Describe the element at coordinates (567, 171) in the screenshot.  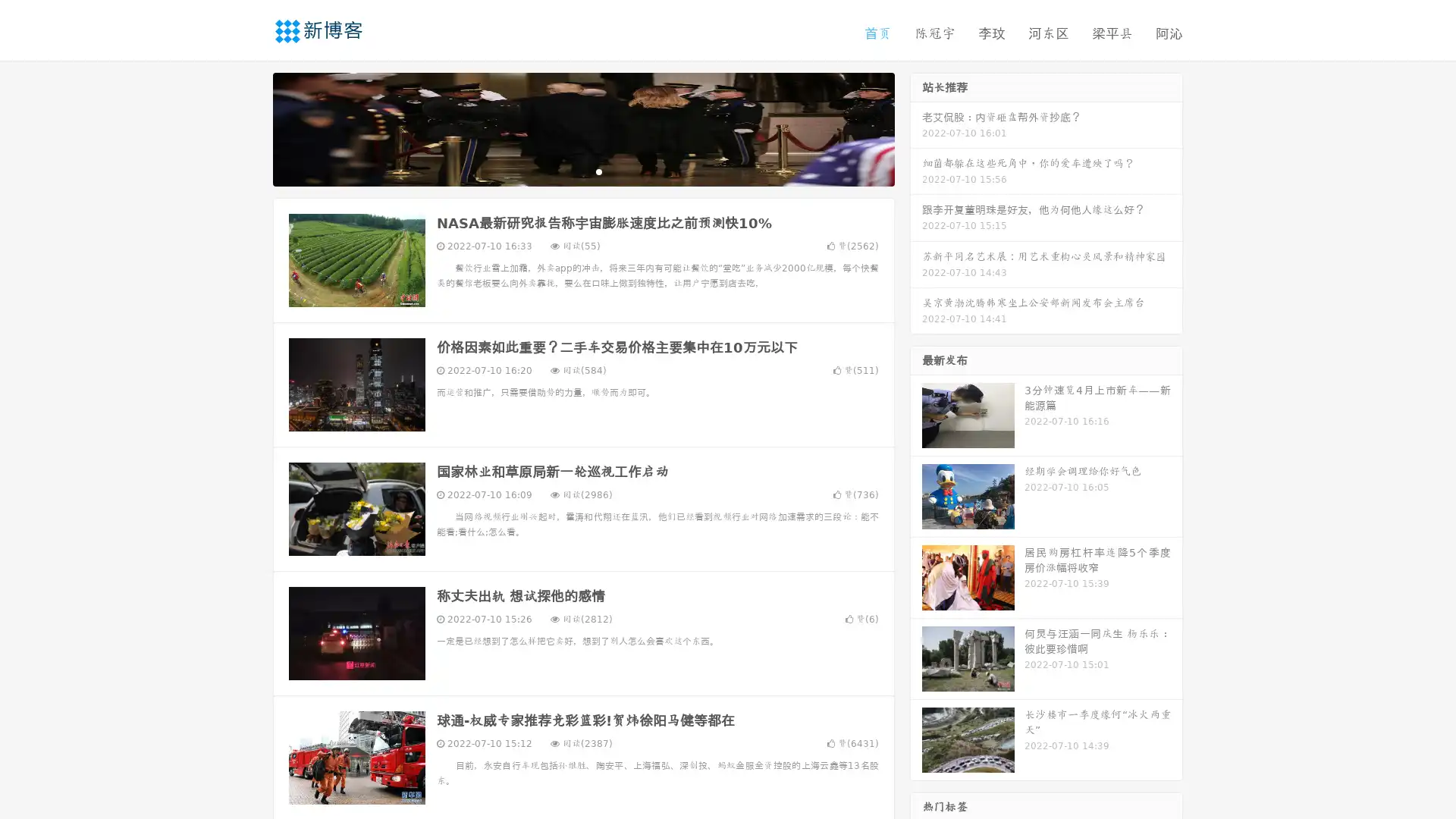
I see `Go to slide 1` at that location.